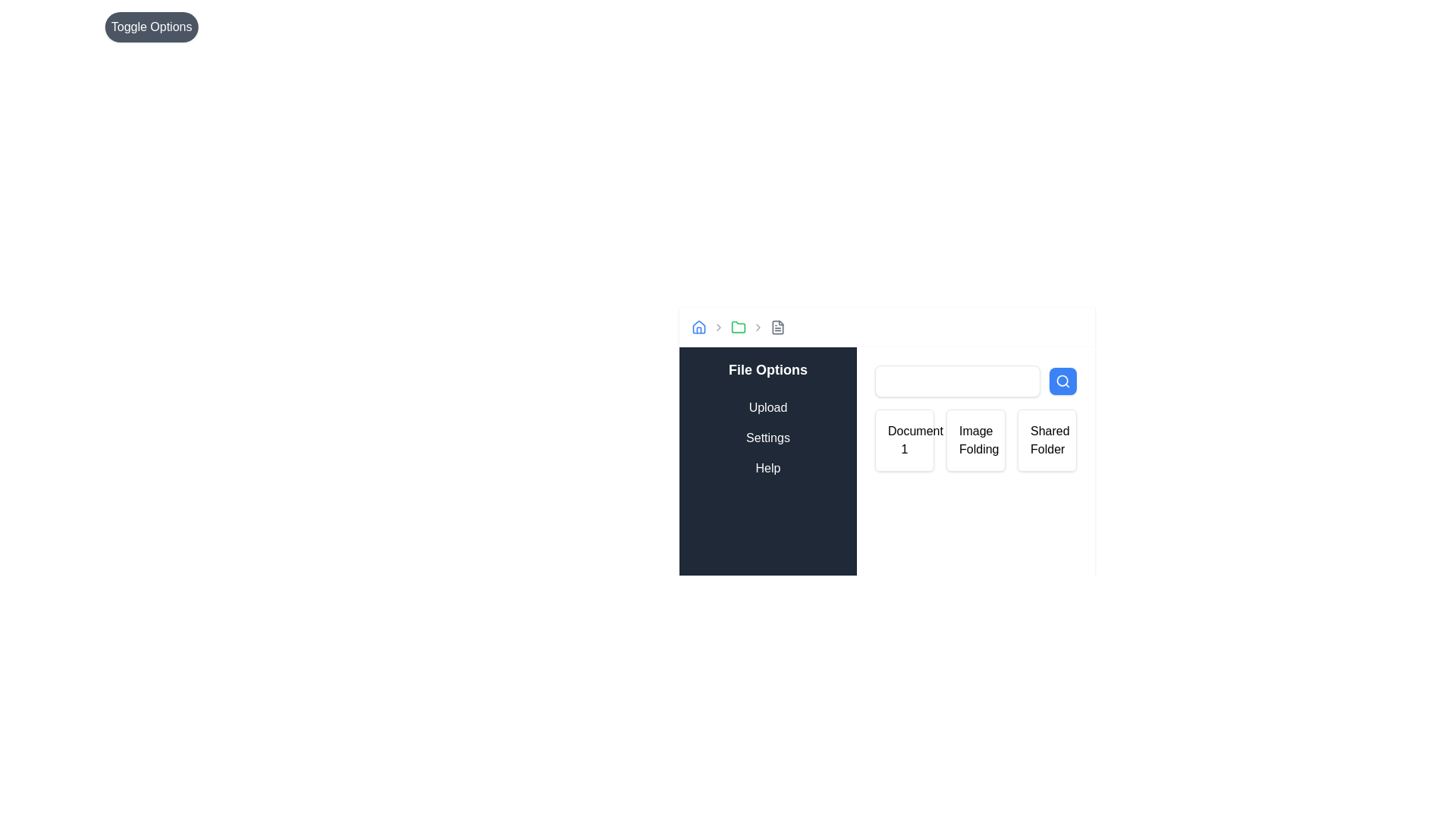  I want to click on the first button on the right side of the interface, so click(887, 432).